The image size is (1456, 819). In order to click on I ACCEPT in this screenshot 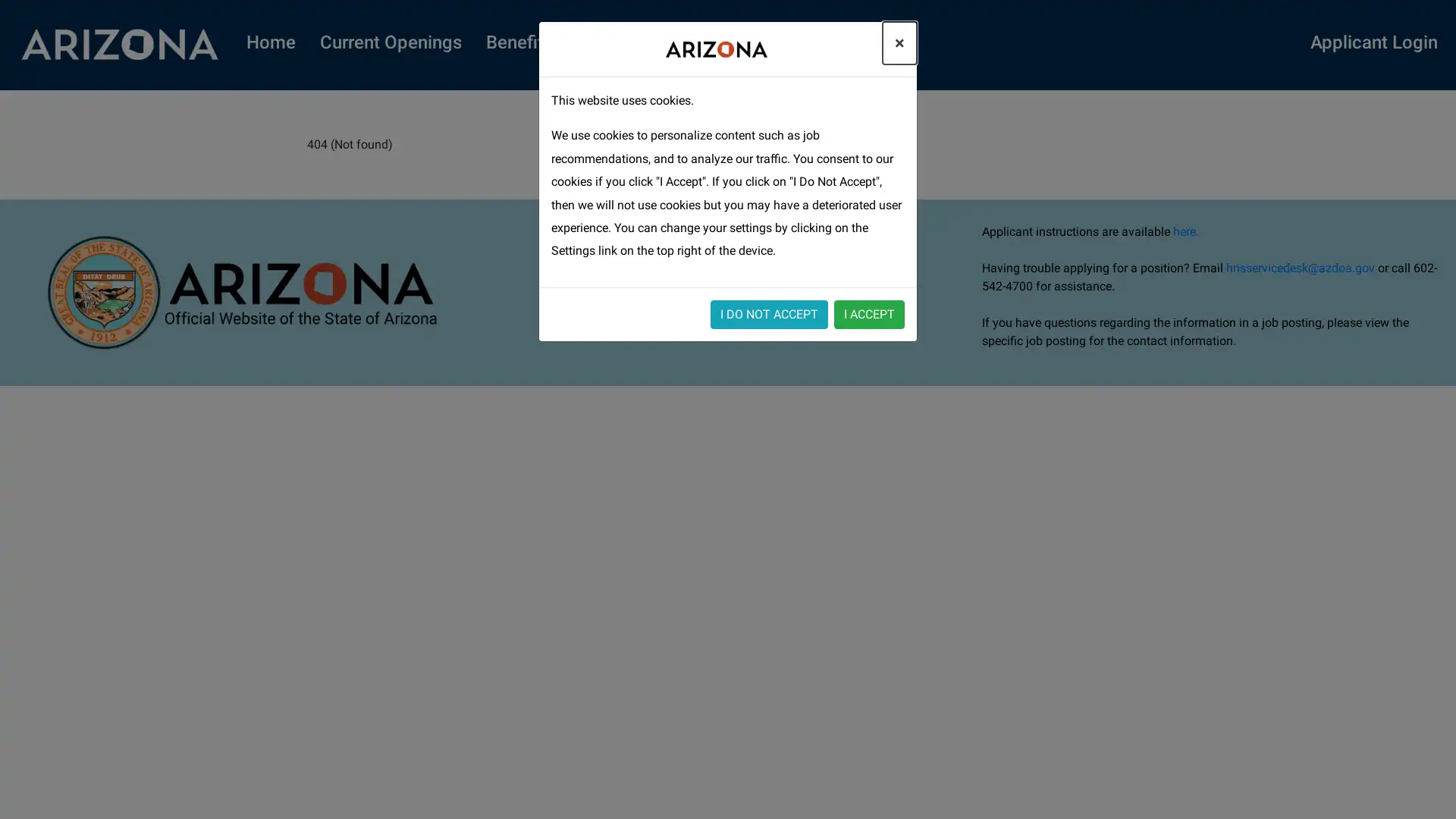, I will do `click(869, 312)`.